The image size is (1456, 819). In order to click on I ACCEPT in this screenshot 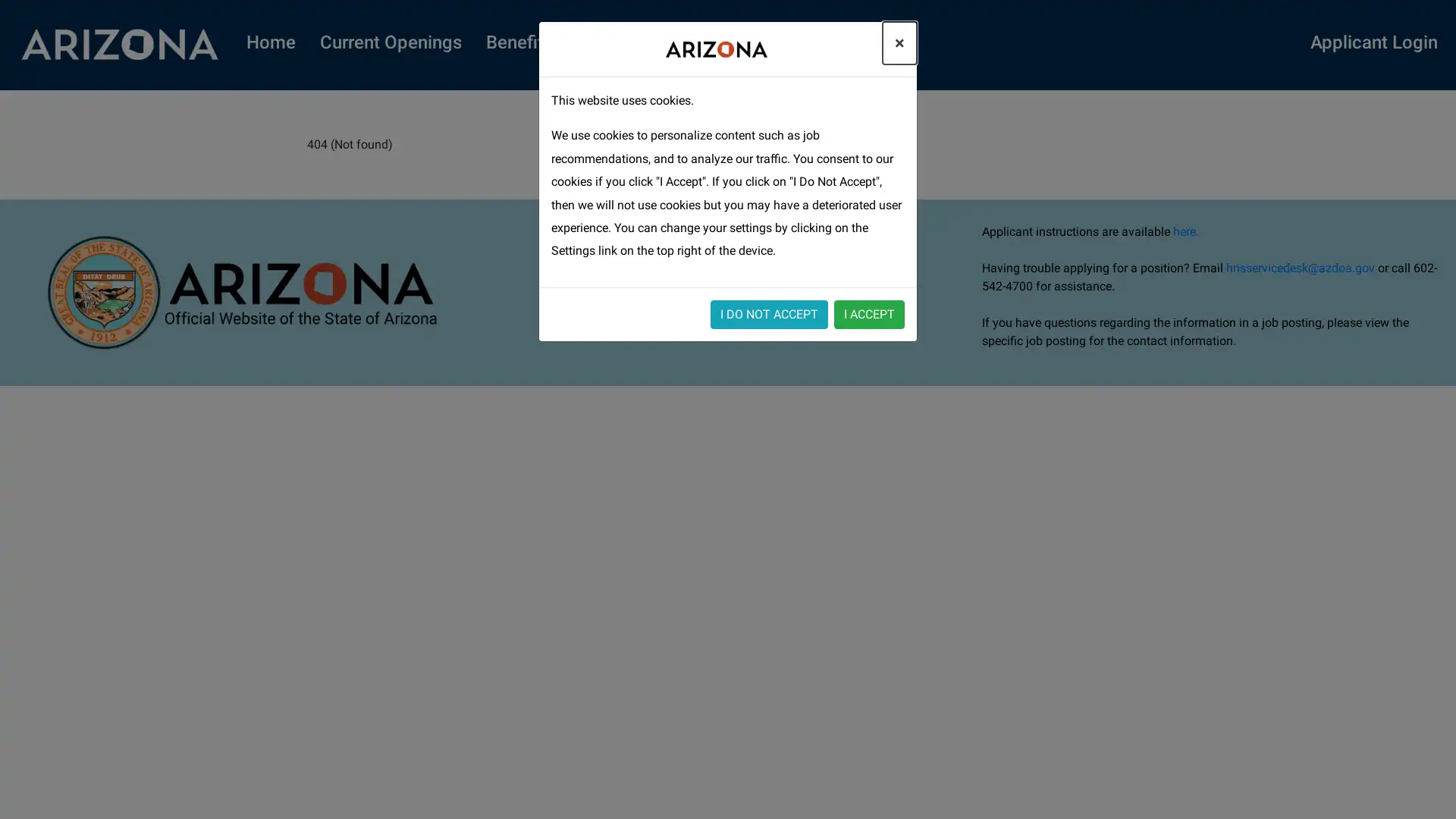, I will do `click(869, 312)`.